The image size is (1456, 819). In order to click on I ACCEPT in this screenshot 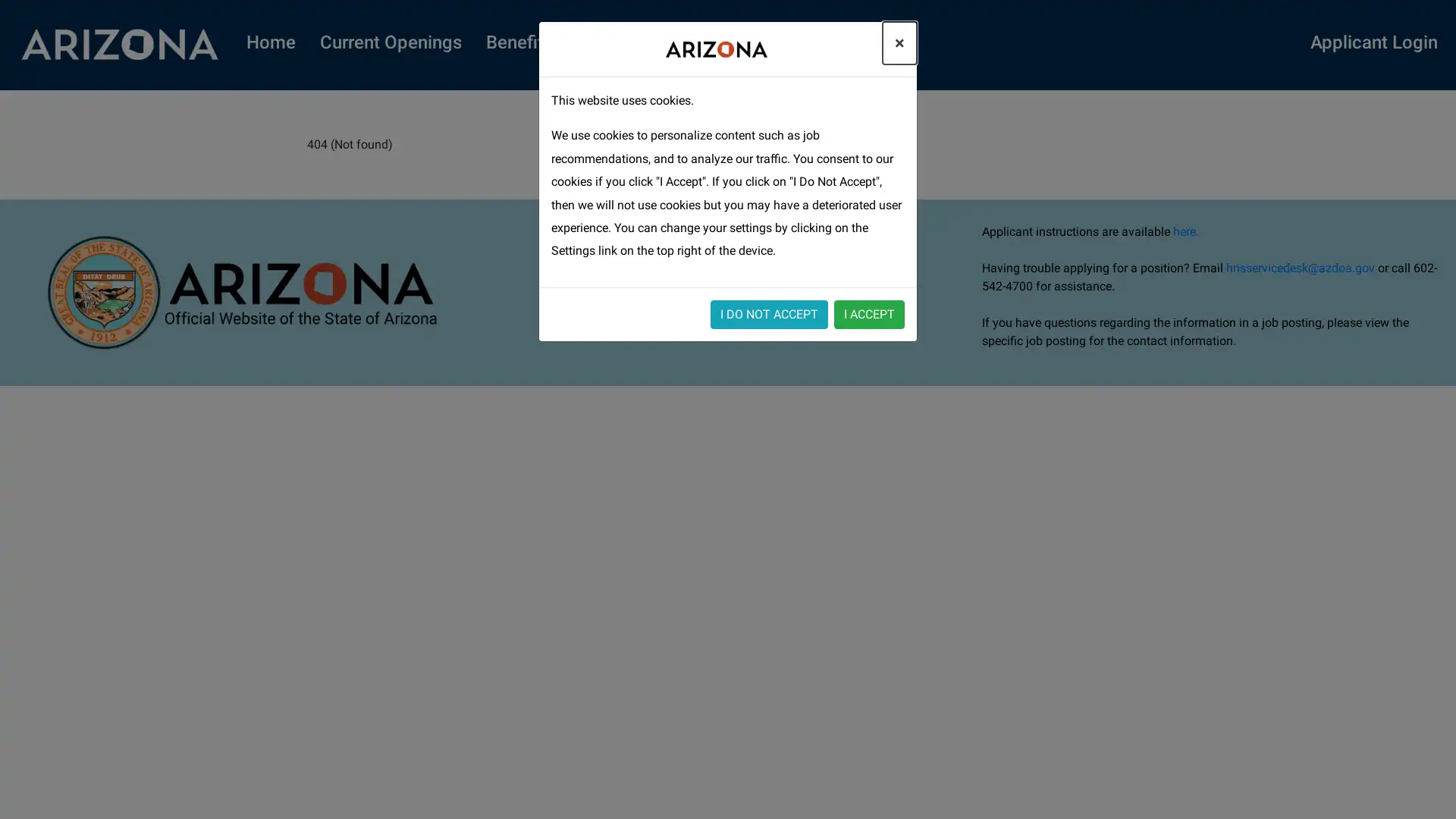, I will do `click(869, 312)`.